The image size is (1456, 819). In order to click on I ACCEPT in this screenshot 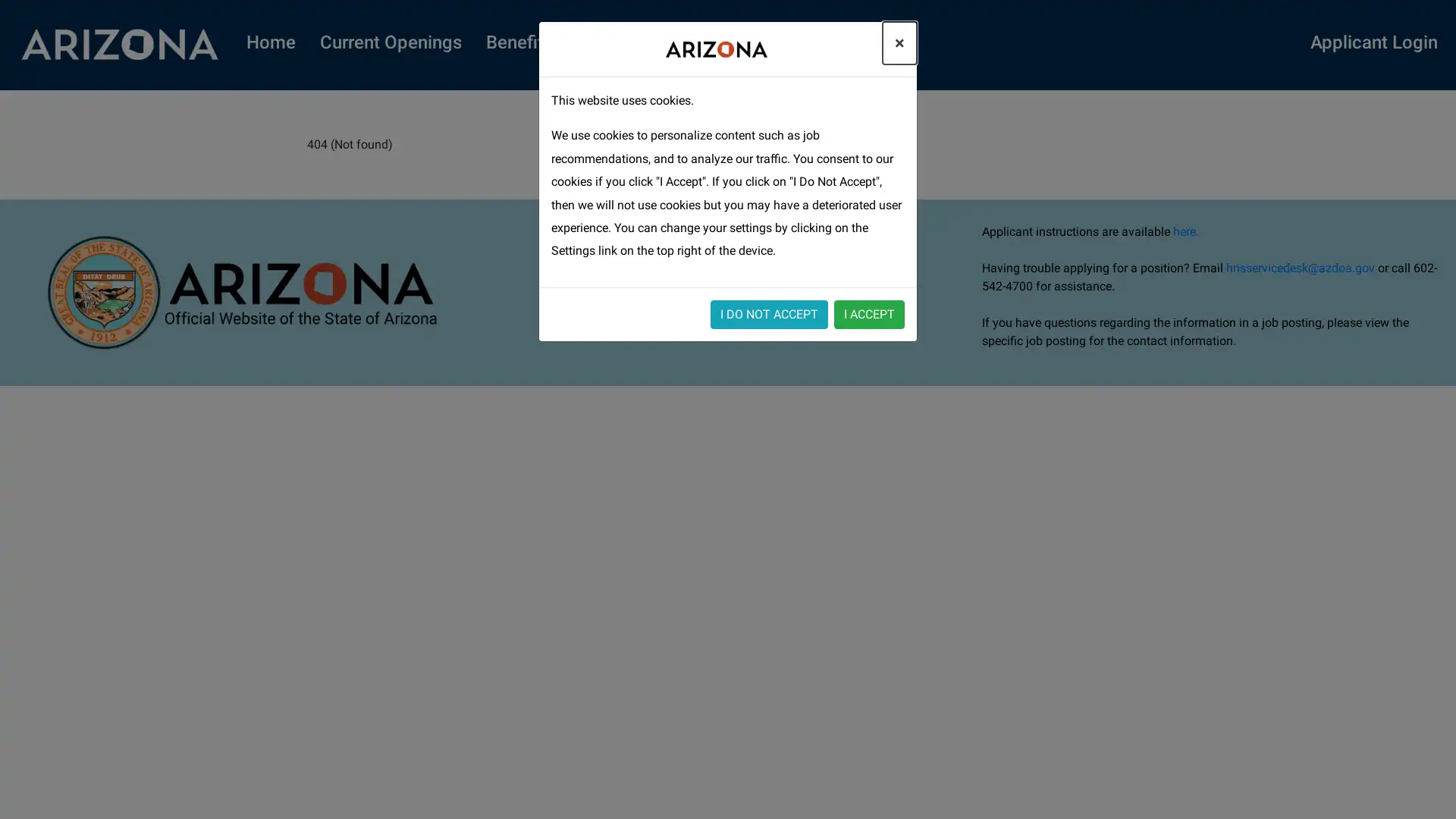, I will do `click(869, 312)`.